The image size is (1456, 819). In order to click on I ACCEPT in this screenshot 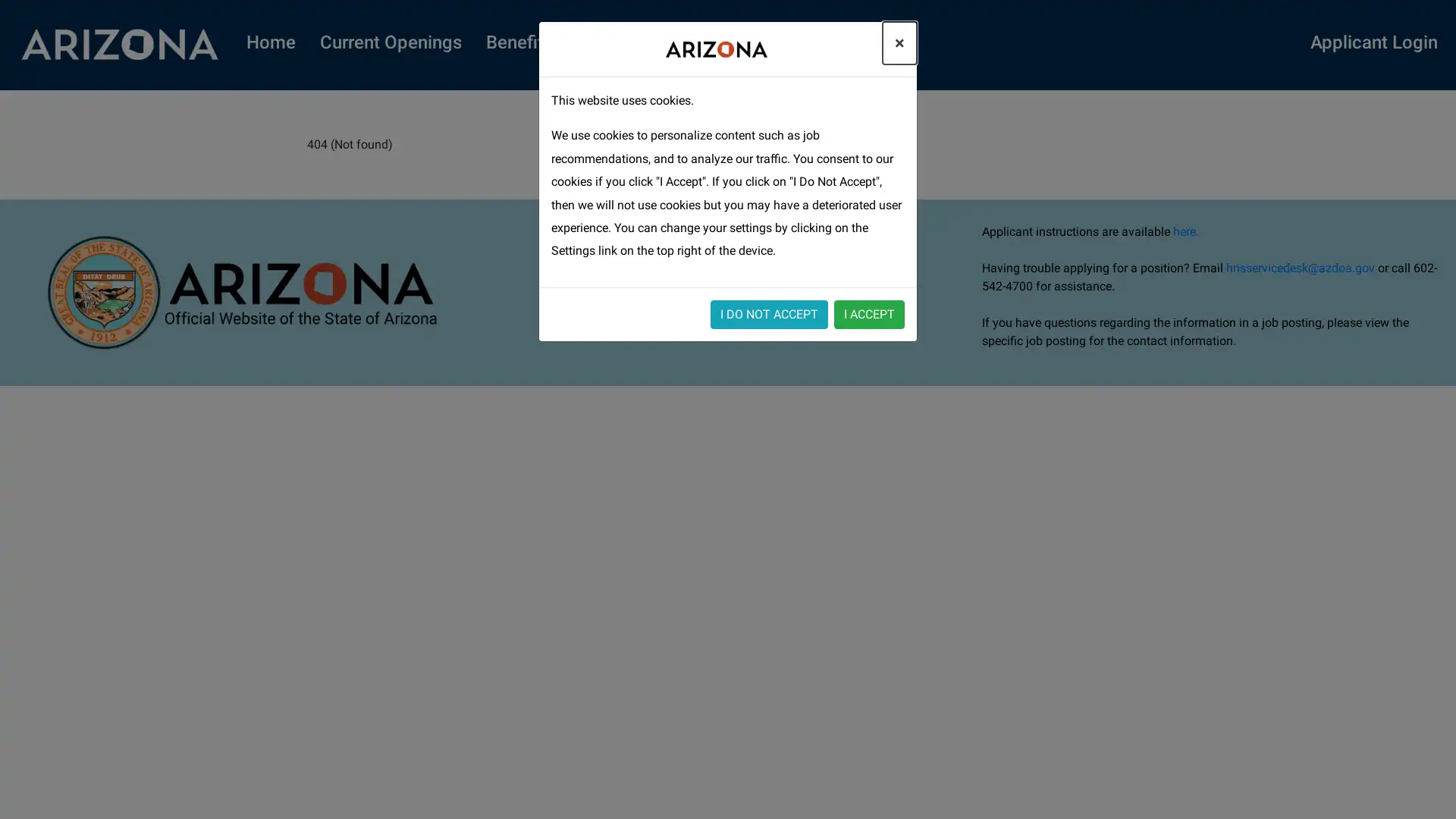, I will do `click(869, 312)`.